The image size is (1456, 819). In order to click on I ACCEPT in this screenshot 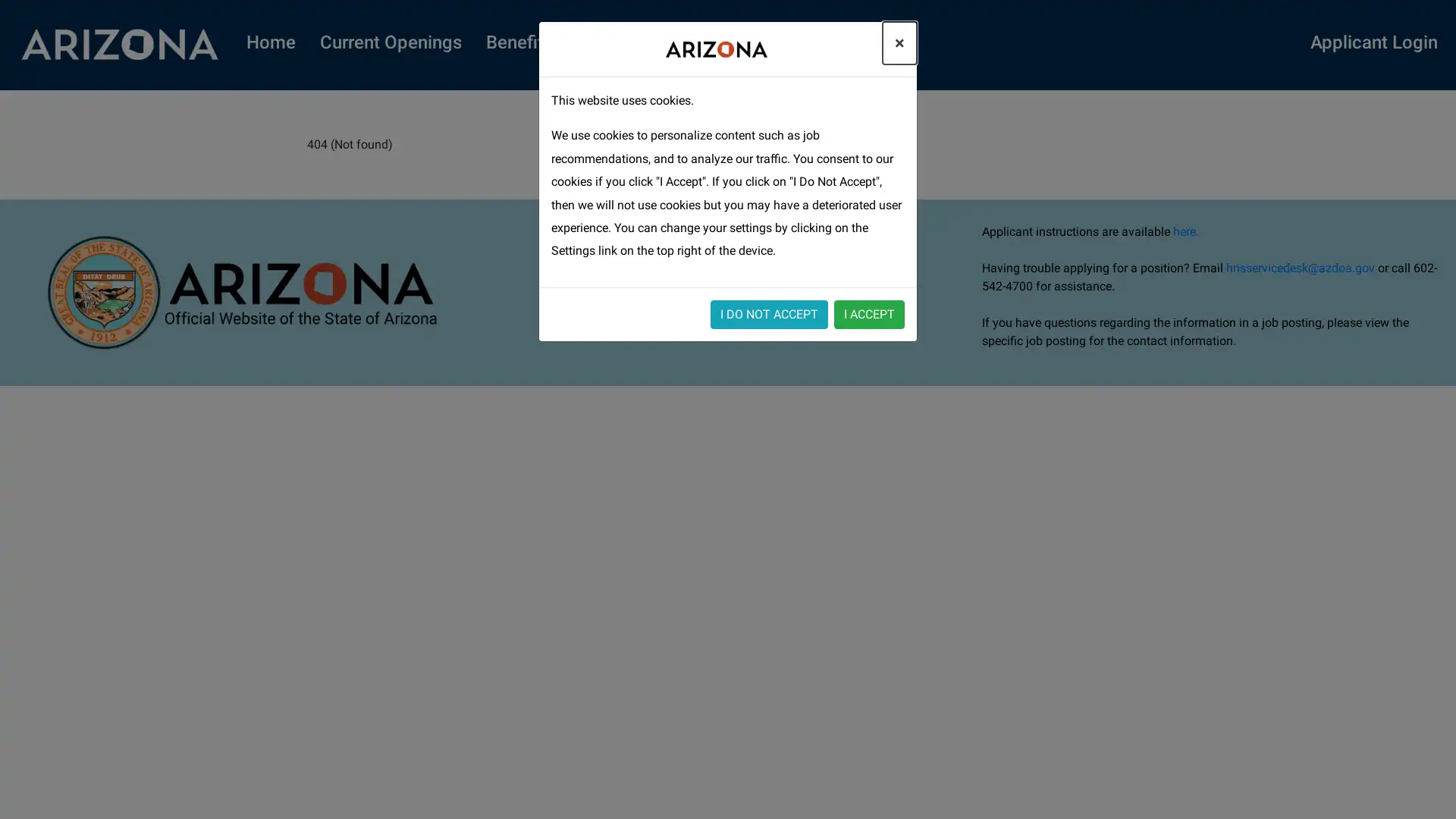, I will do `click(869, 312)`.